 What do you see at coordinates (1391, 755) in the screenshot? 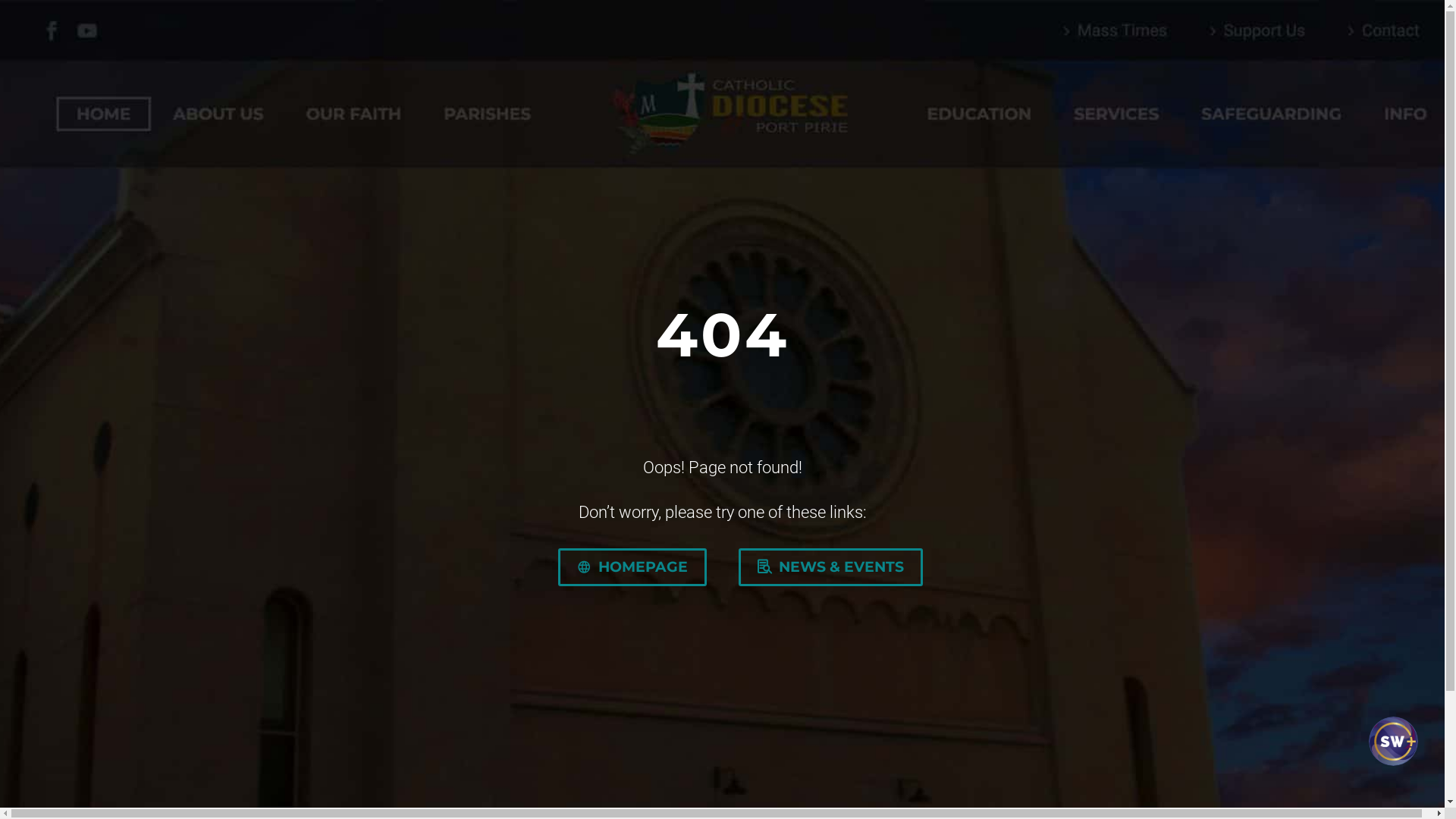
I see `'SW Plus'` at bounding box center [1391, 755].